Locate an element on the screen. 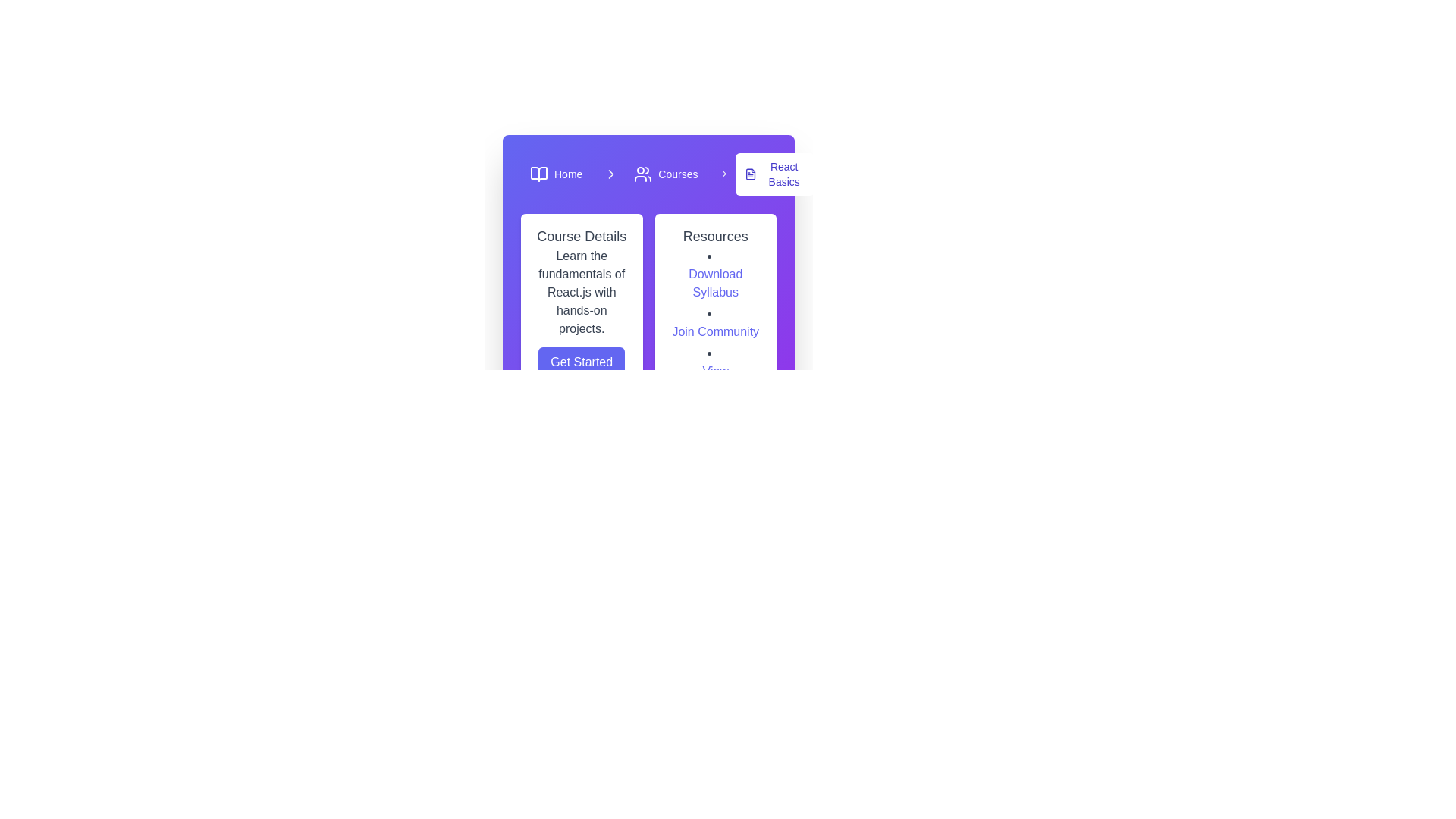 This screenshot has height=819, width=1456. the 'Courses' icon located to the left of the 'Courses' label in the navigation bar is located at coordinates (643, 174).